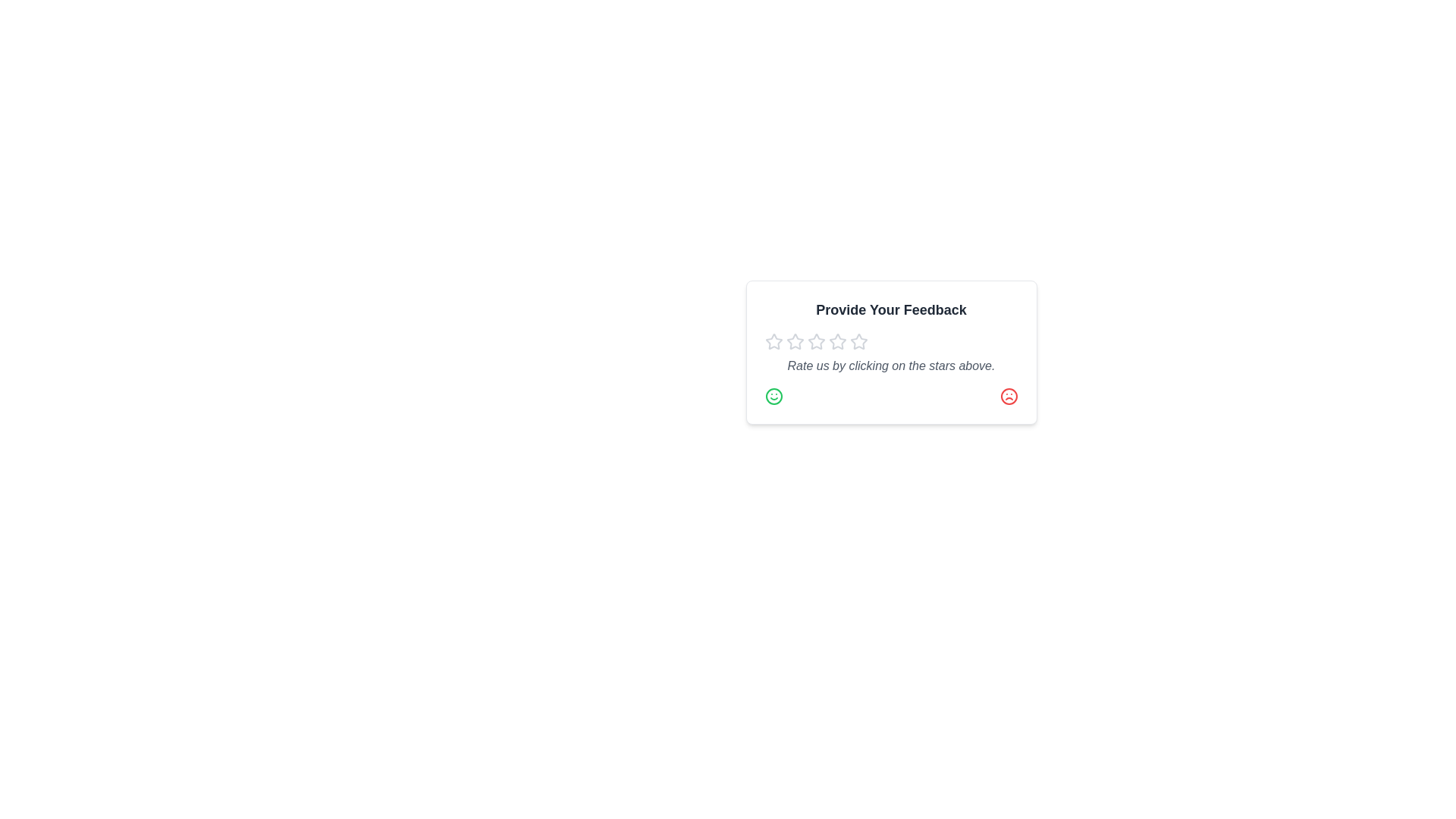 Image resolution: width=1456 pixels, height=819 pixels. I want to click on the first star-shaped icon in the rating system, so click(815, 341).